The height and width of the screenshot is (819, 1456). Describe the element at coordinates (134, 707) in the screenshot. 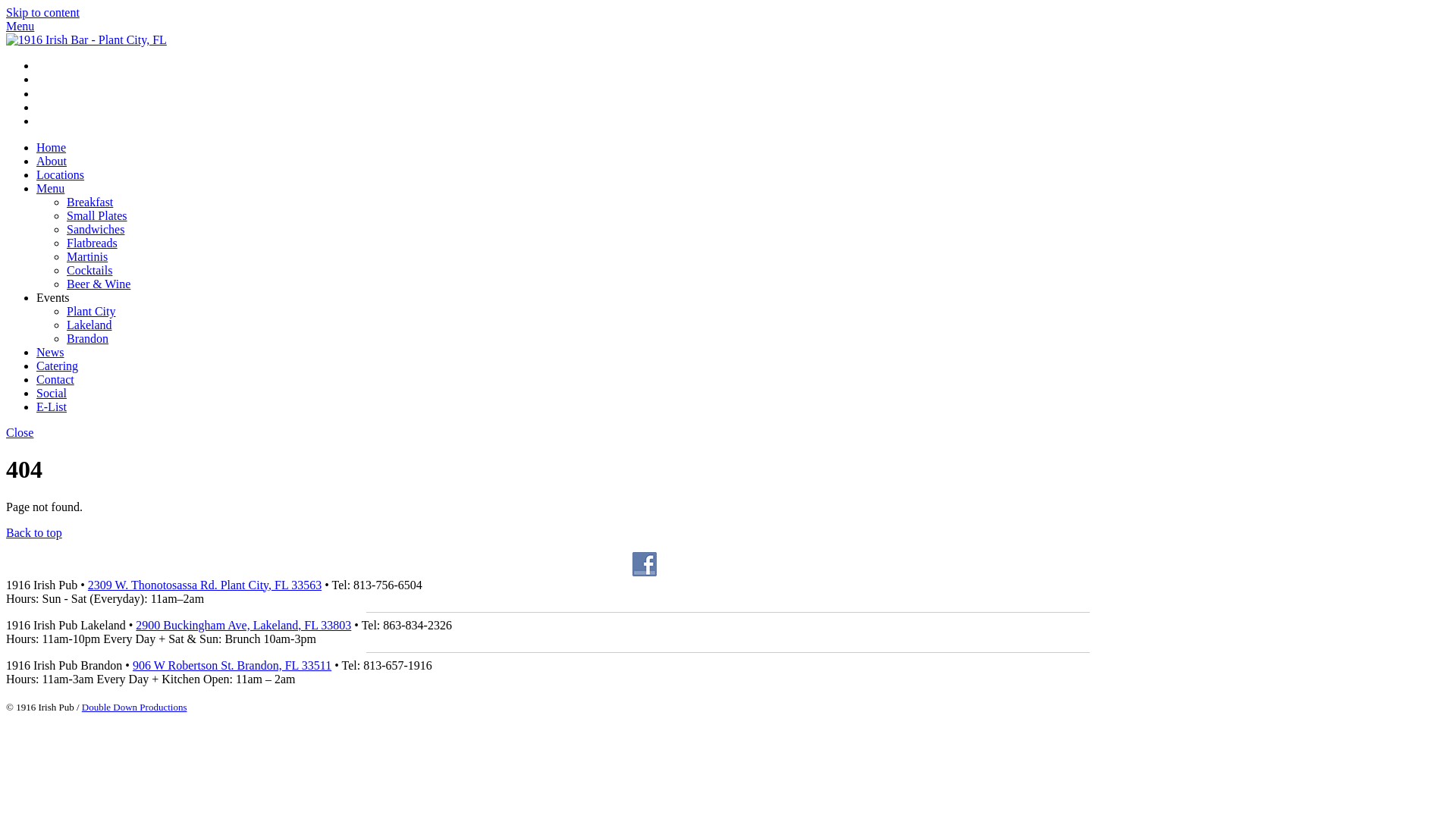

I see `'Double Down Productions'` at that location.